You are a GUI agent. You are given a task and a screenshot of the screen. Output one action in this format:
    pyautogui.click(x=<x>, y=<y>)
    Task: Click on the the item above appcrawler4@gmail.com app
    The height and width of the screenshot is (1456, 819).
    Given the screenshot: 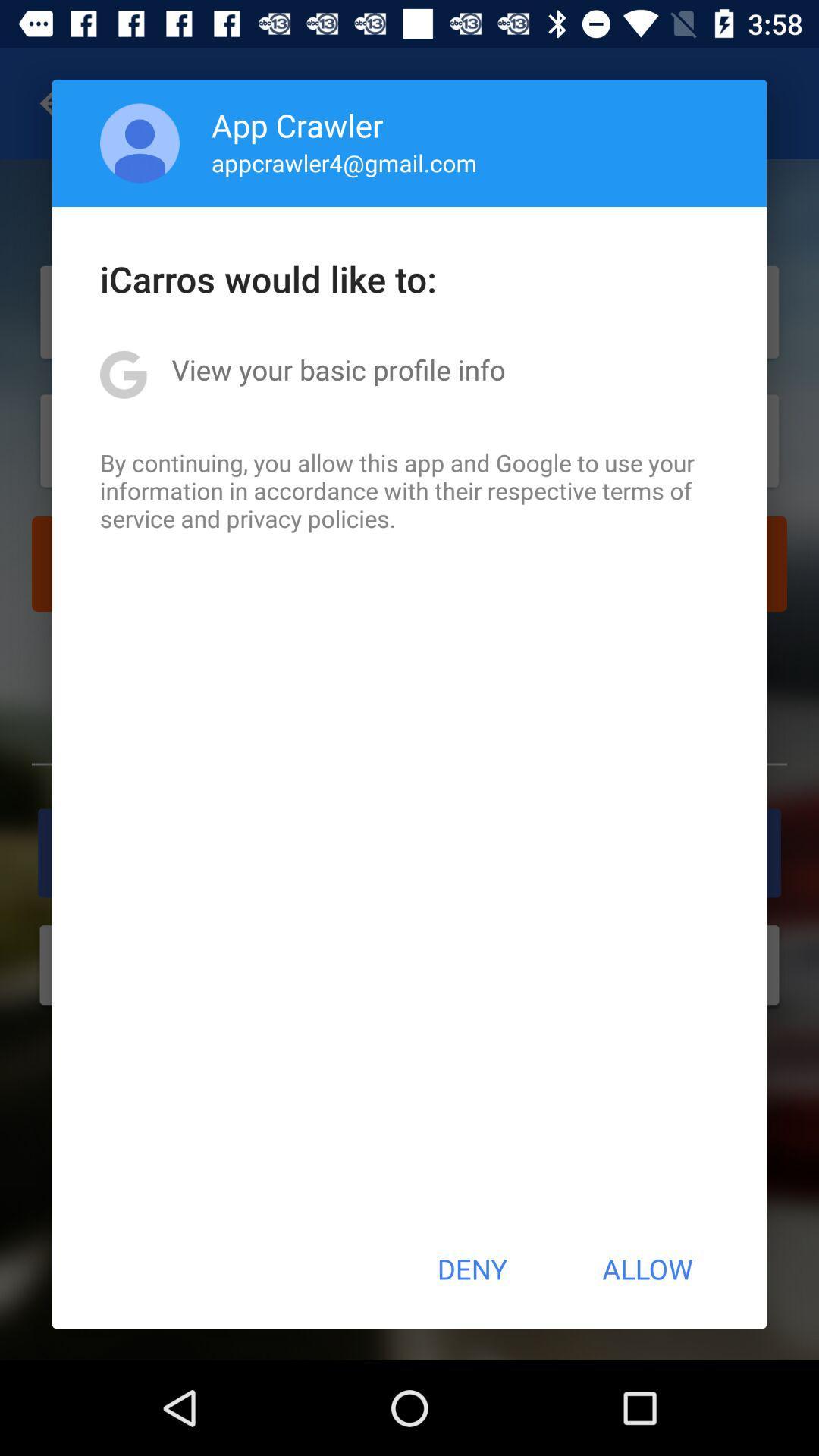 What is the action you would take?
    pyautogui.click(x=297, y=124)
    